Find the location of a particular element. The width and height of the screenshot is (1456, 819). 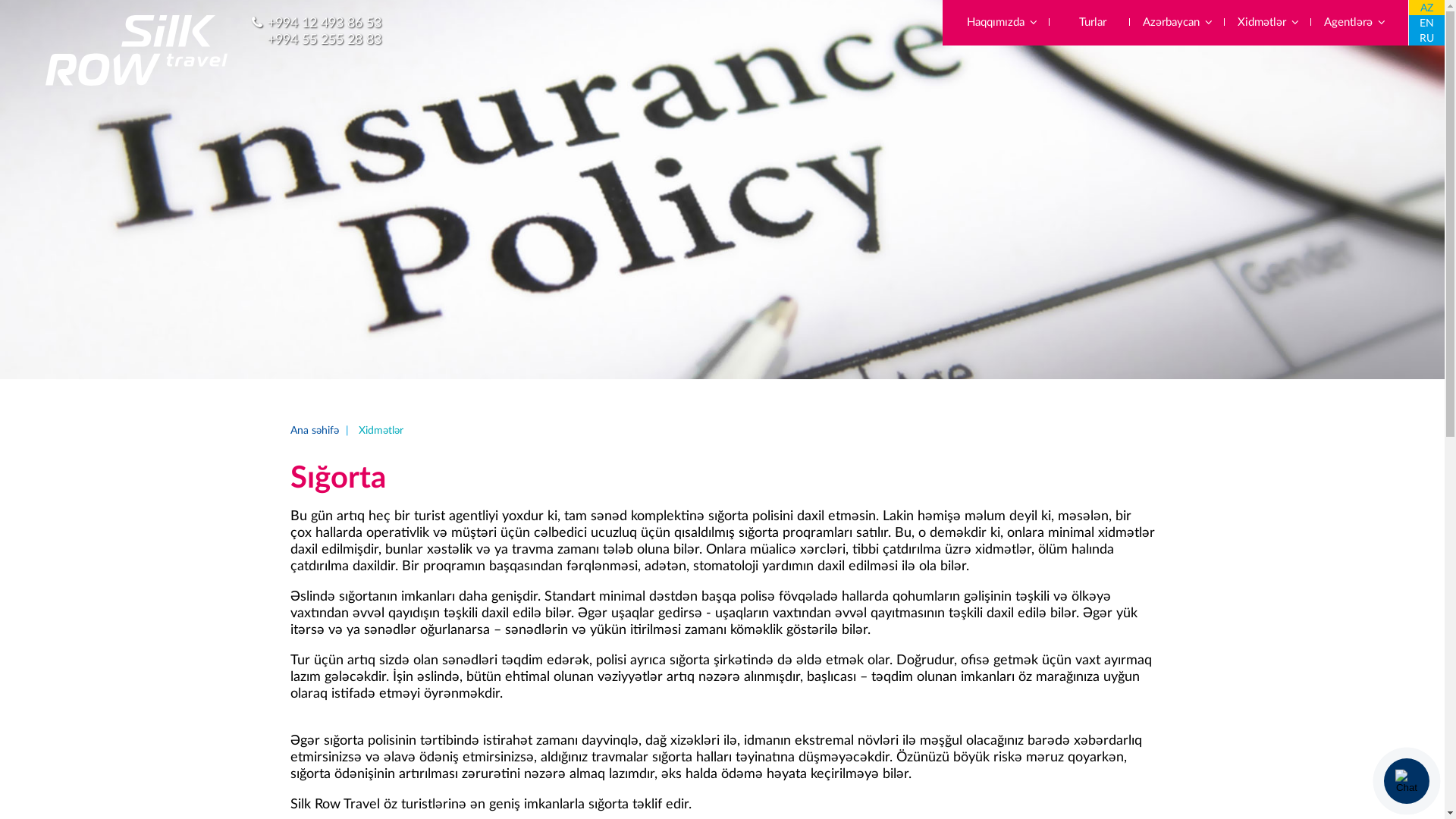

'+994 12 493 86 53' is located at coordinates (268, 23).